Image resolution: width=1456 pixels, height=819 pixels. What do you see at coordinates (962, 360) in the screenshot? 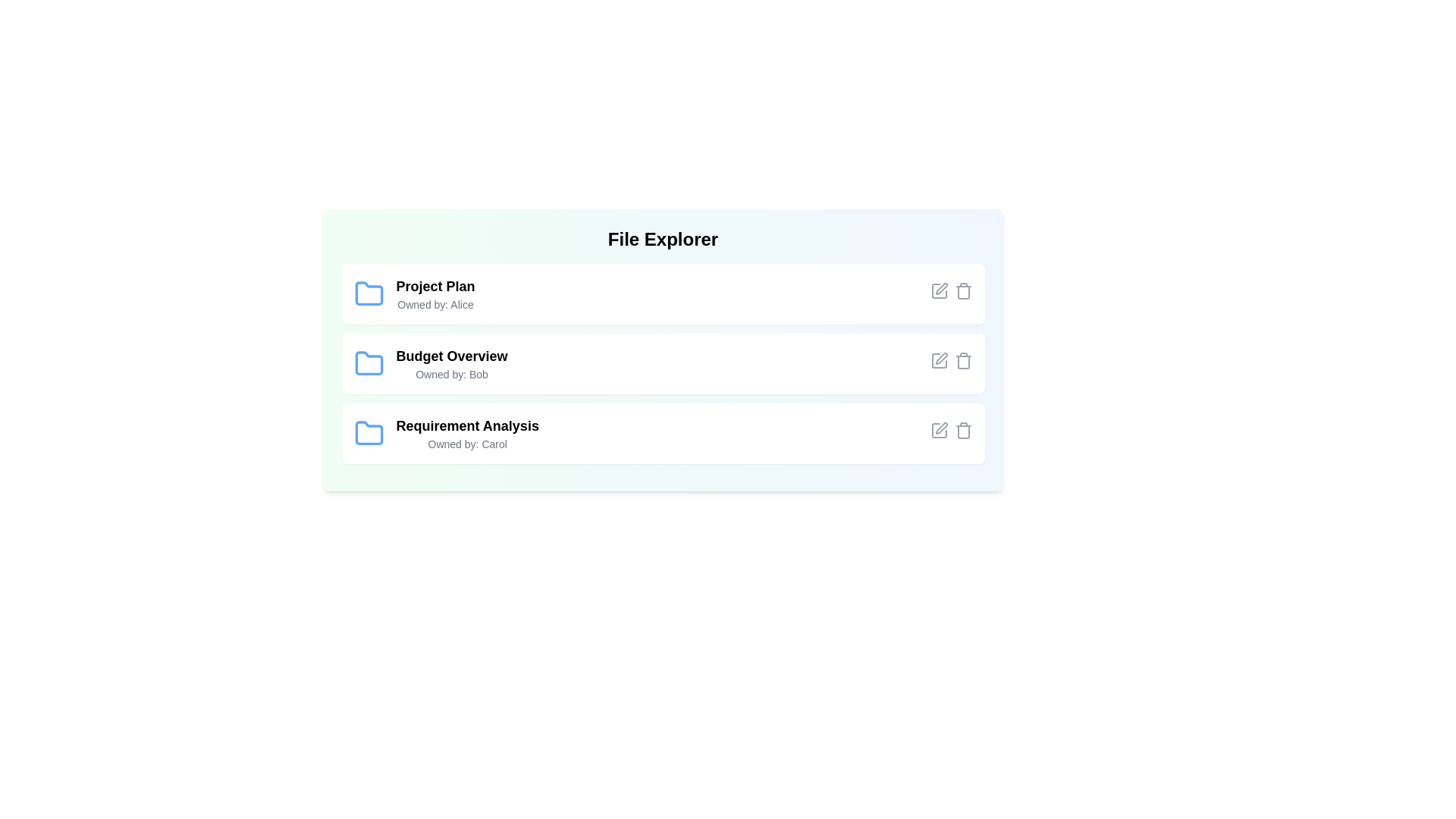
I see `delete button for the file named Budget Overview` at bounding box center [962, 360].